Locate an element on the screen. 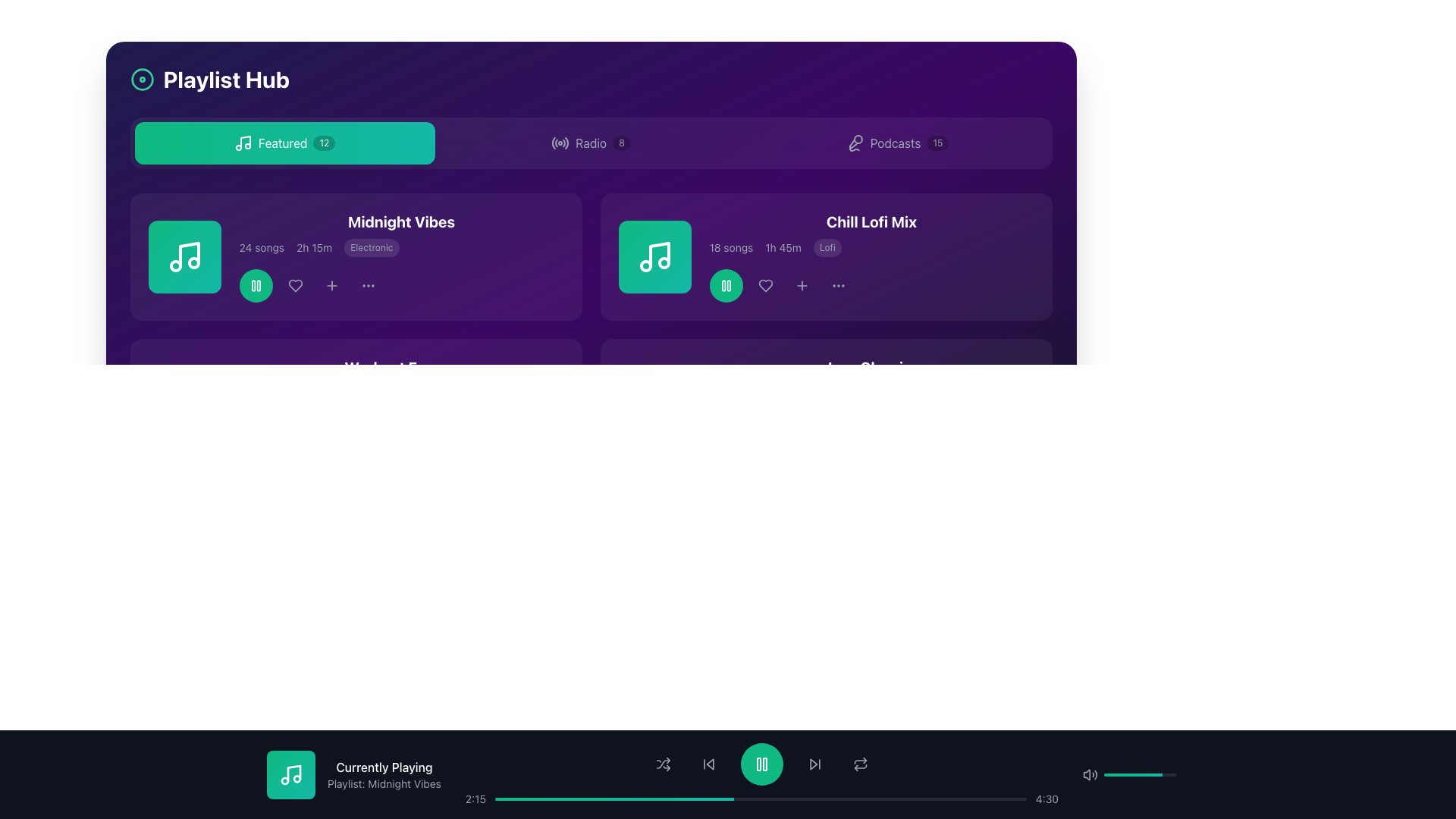 This screenshot has height=819, width=1456. playback time is located at coordinates (893, 798).